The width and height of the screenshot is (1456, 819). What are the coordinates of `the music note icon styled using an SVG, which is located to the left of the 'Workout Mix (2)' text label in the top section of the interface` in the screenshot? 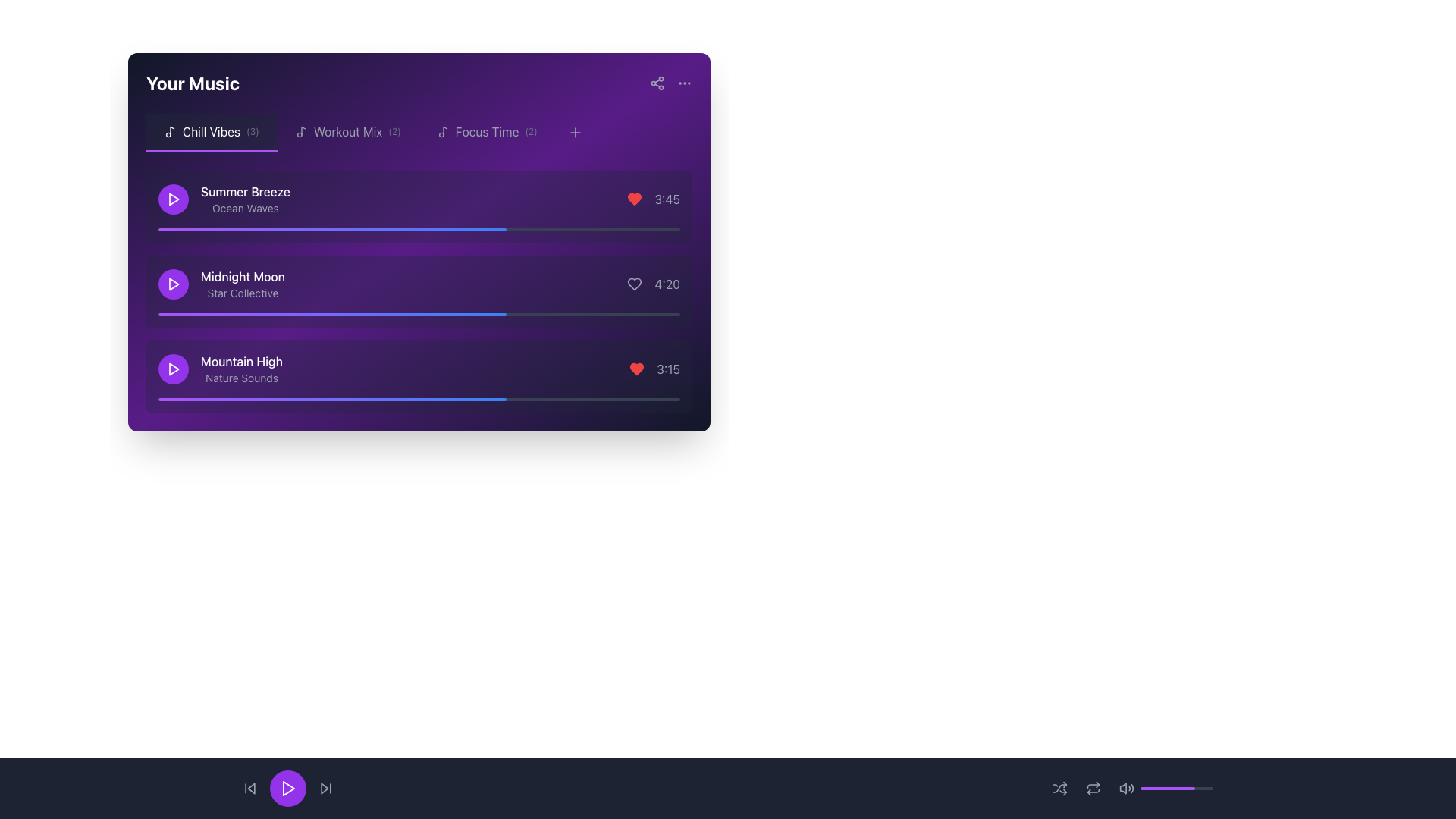 It's located at (301, 130).